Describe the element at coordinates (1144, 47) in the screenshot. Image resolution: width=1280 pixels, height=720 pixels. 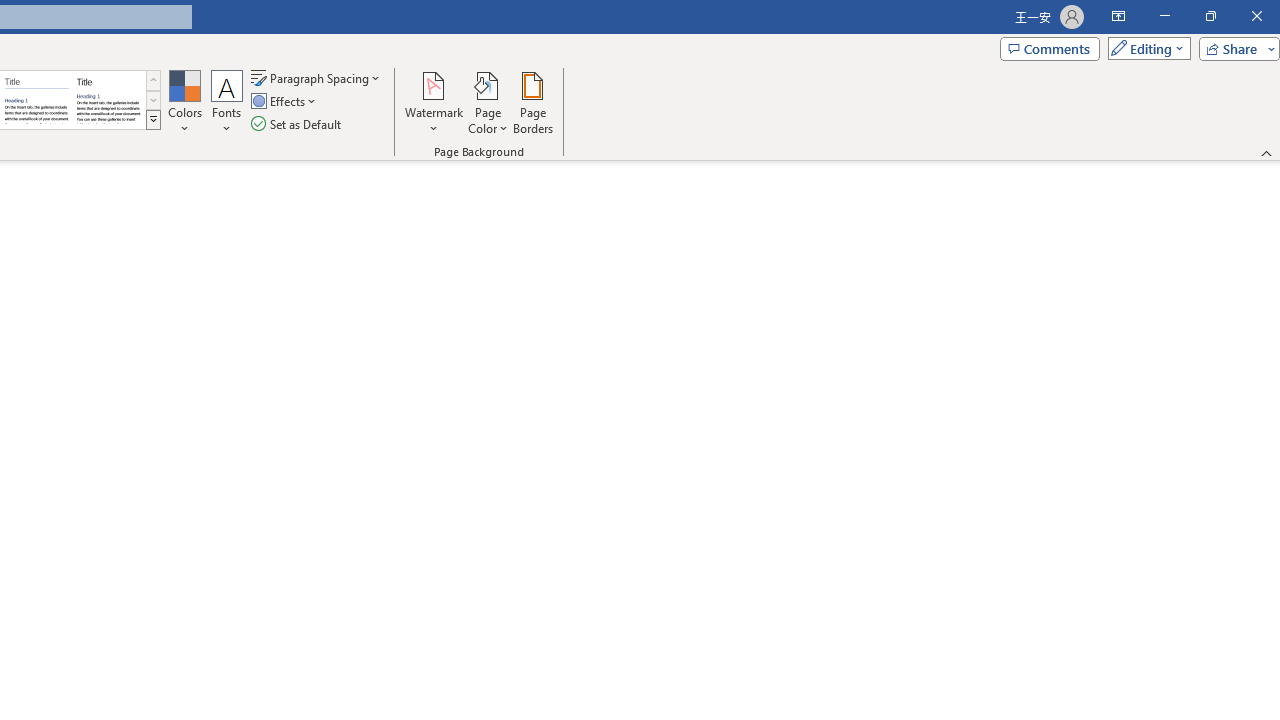
I see `'Editing'` at that location.